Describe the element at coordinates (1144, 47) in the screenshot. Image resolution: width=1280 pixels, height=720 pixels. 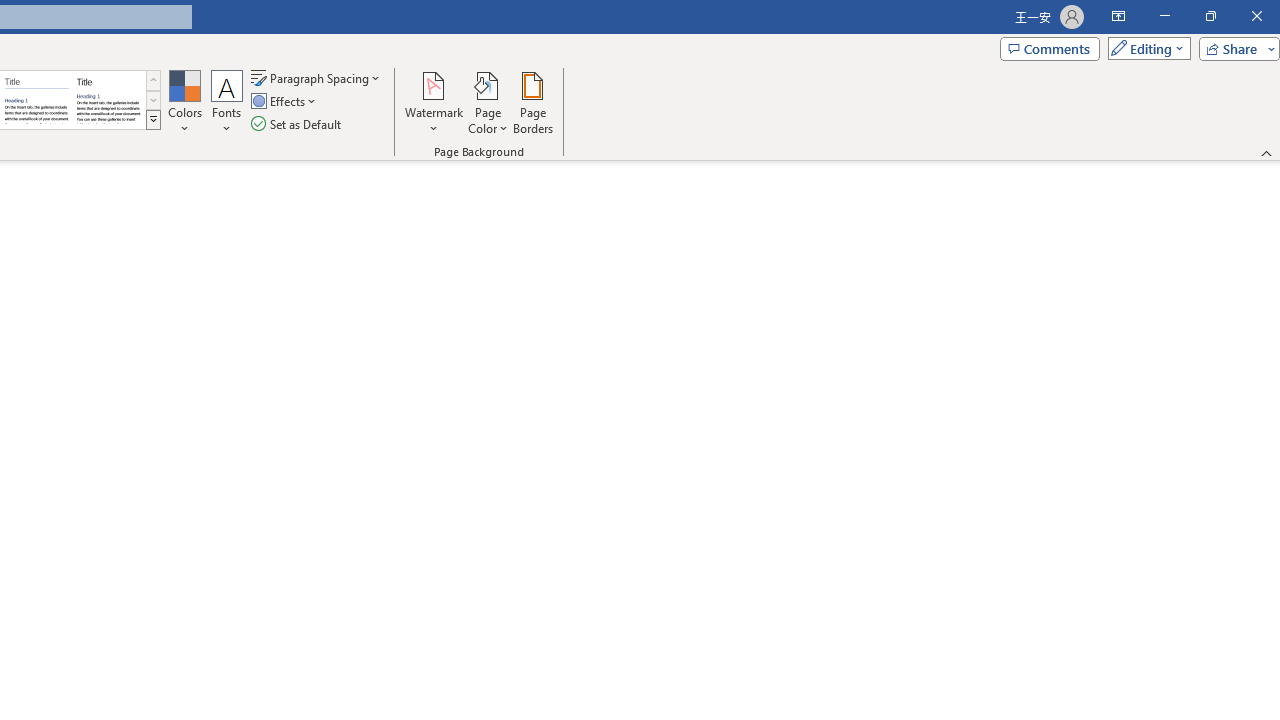
I see `'Editing'` at that location.